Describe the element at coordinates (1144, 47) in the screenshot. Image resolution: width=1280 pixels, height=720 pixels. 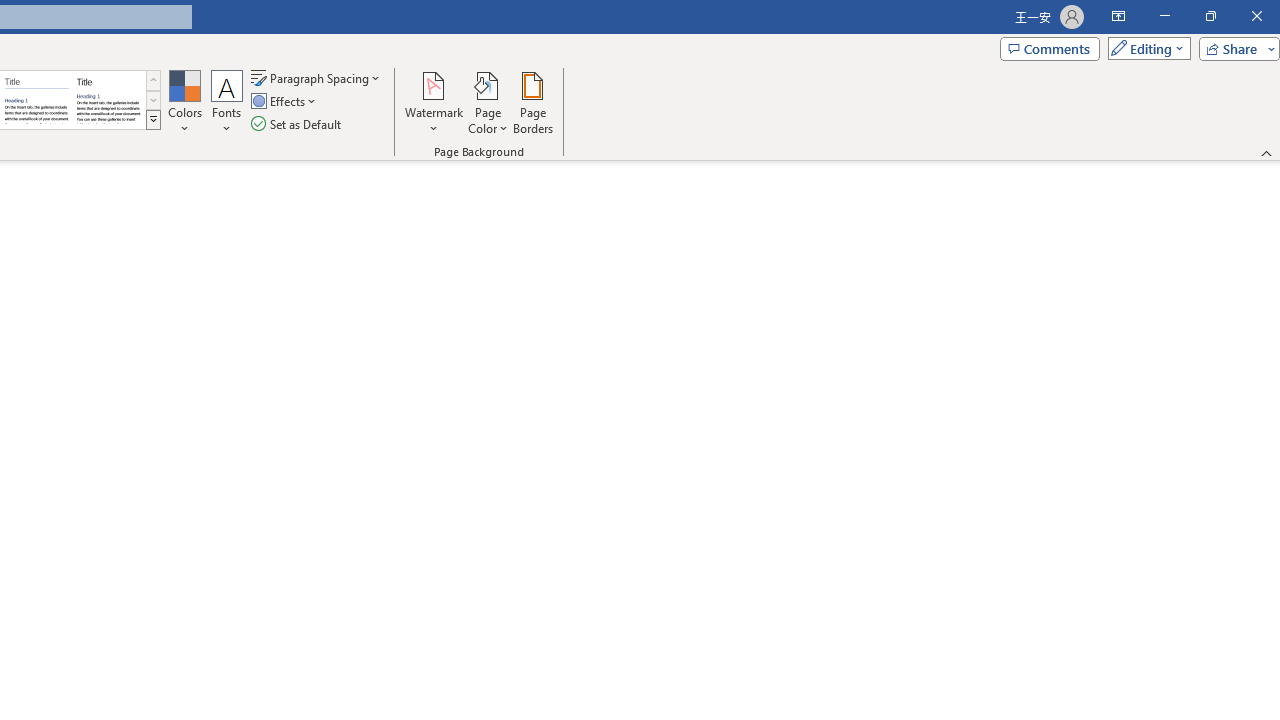
I see `'Editing'` at that location.